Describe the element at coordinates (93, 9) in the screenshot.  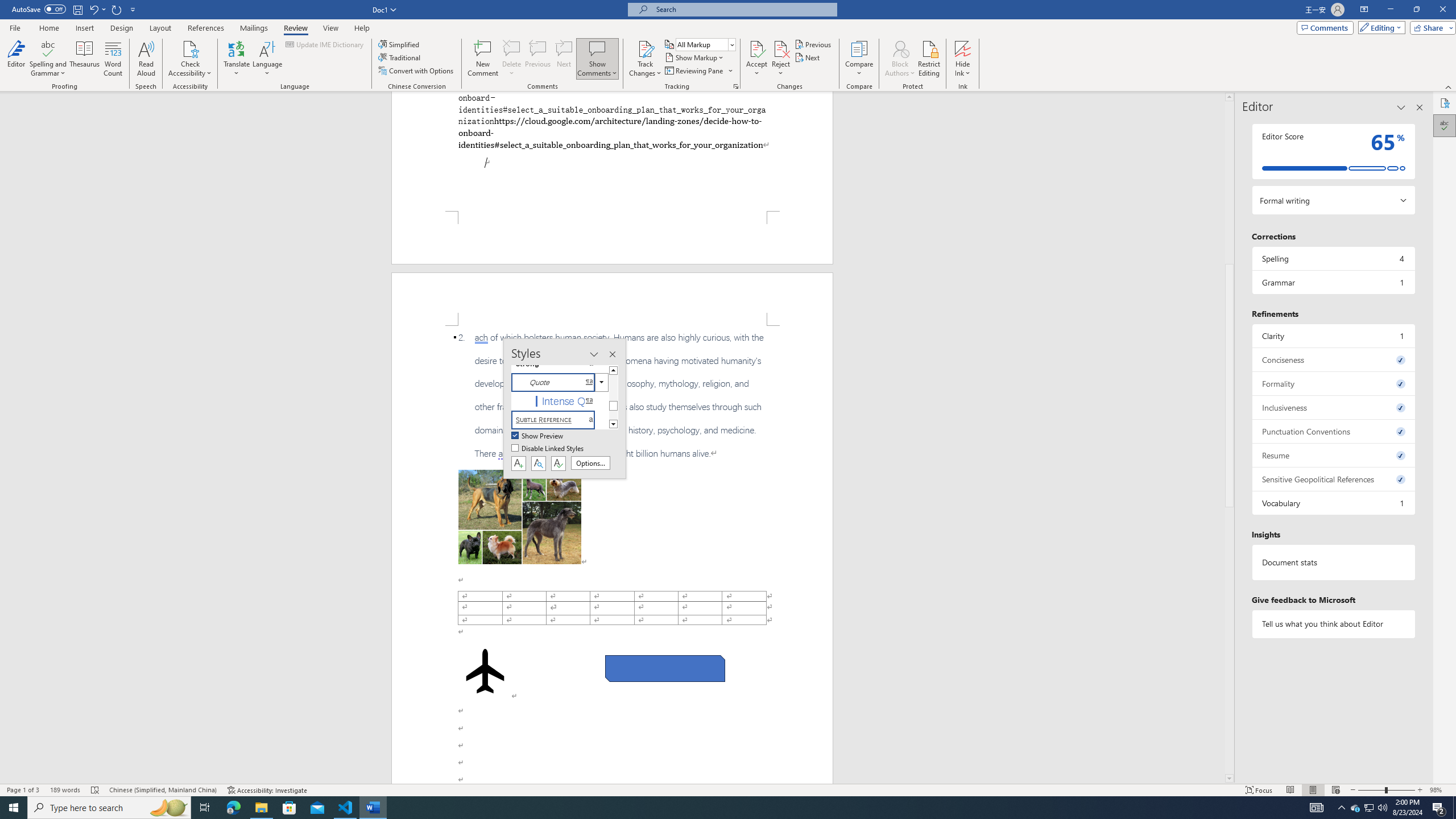
I see `'Undo Style'` at that location.